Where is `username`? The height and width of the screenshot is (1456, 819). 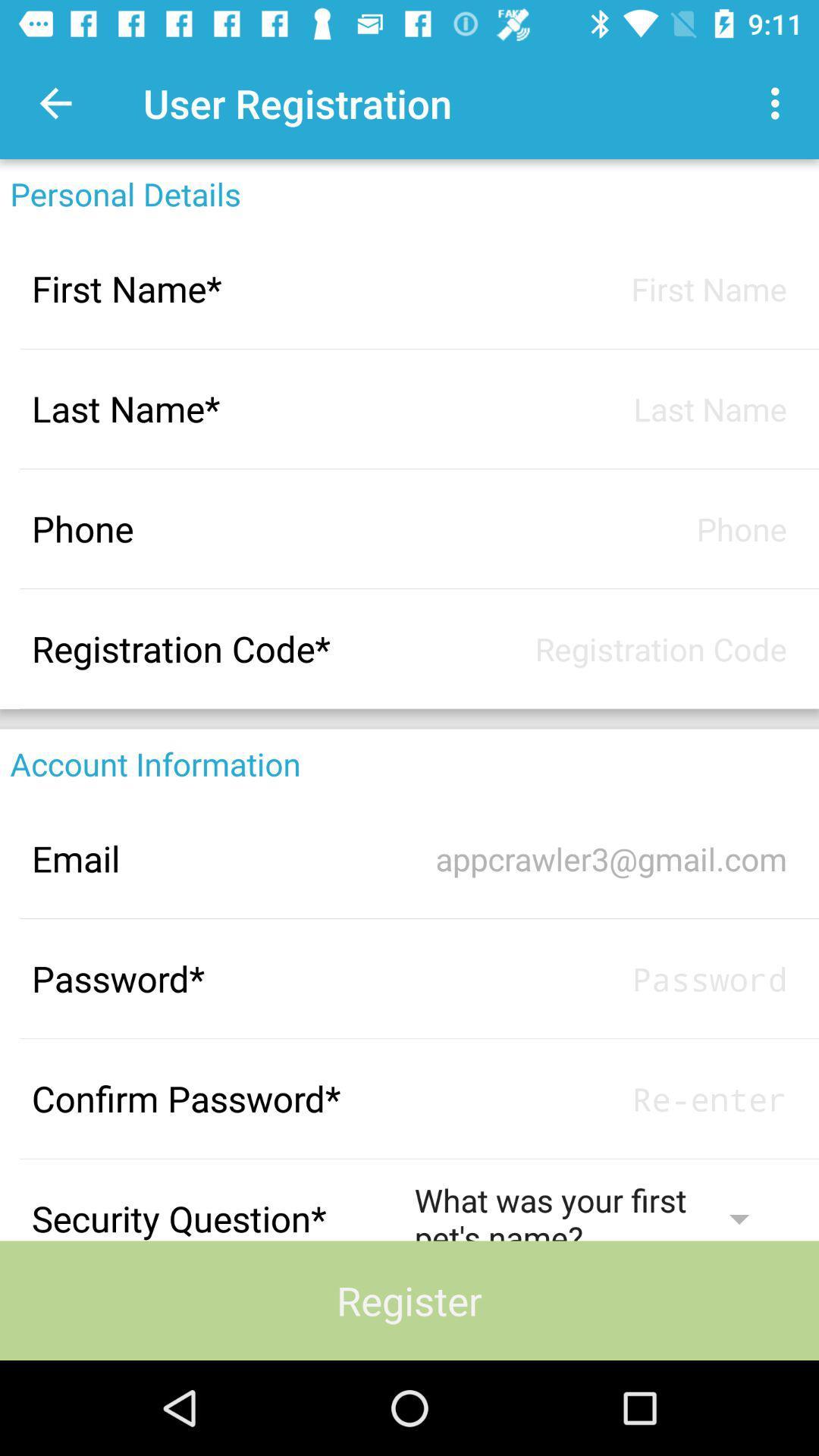 username is located at coordinates (600, 978).